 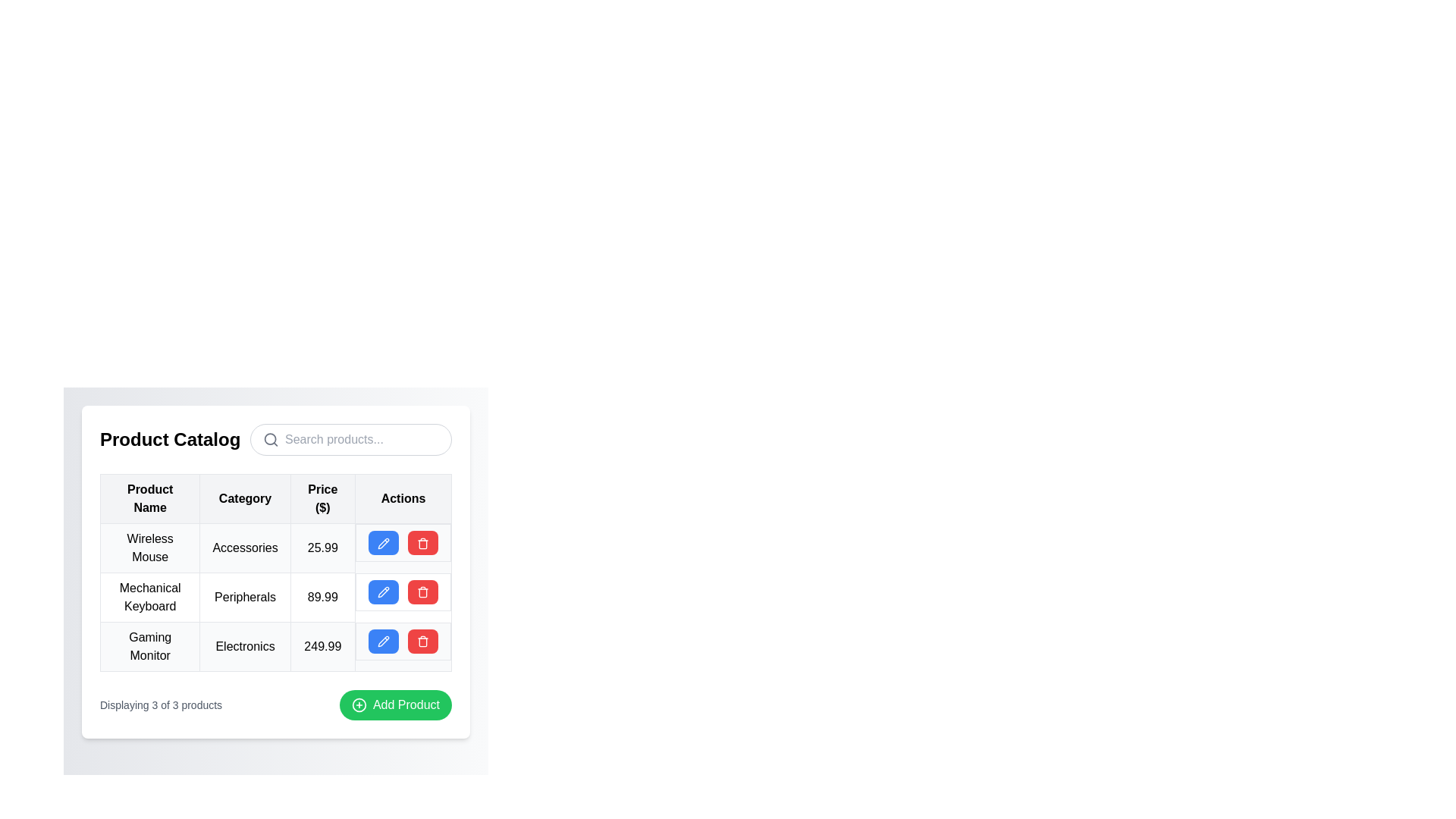 I want to click on the first row of the tabular data that displays 'Wireless Mouse' under 'Product Name', 'Accessories' under 'Category', and '25.99' under 'Price ($)', so click(x=276, y=548).